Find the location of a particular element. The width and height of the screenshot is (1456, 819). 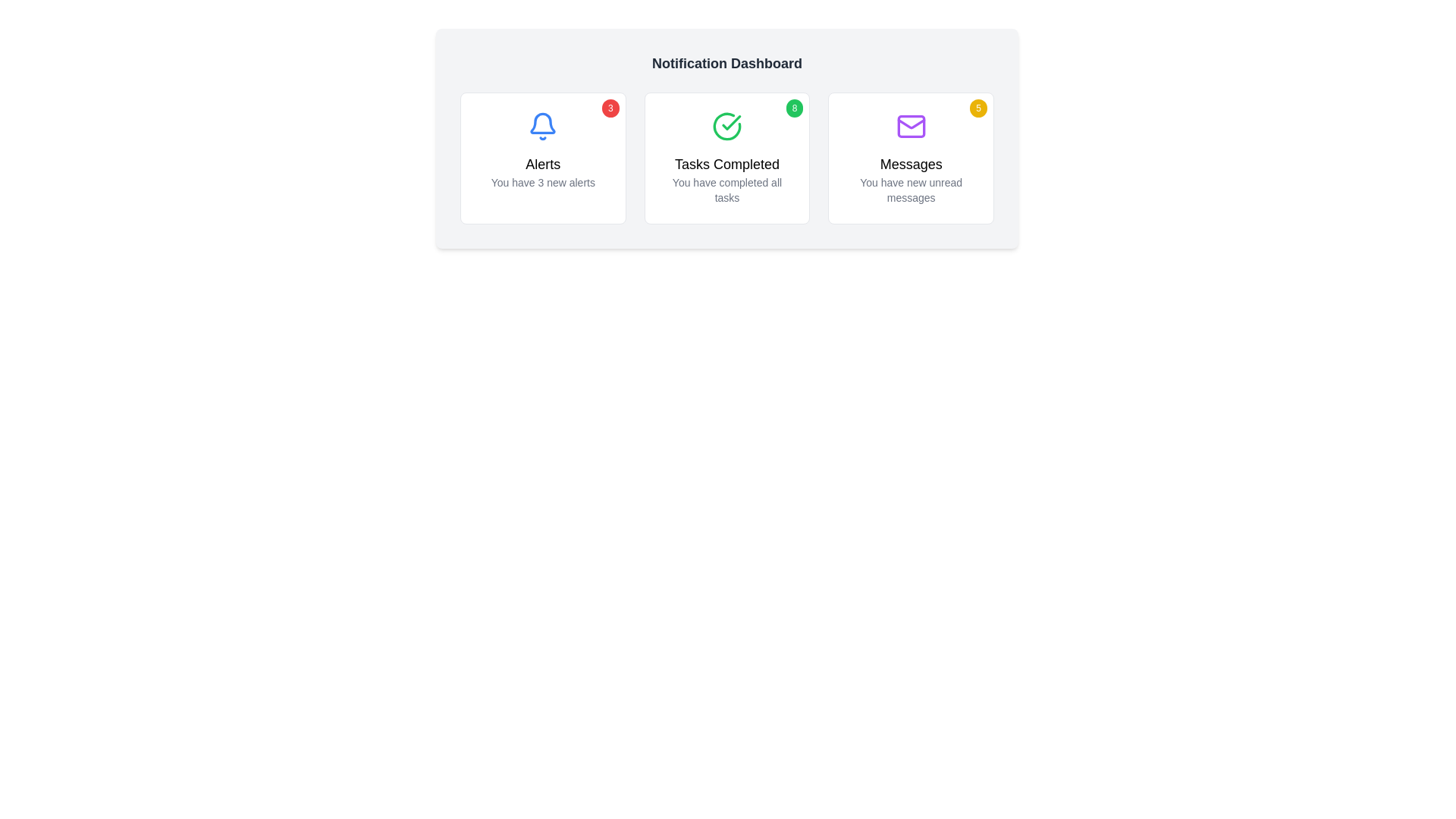

the count displayed on the badge located at the top-right corner of the 'Messages' card in the 'Notification Dashboard' interface is located at coordinates (978, 107).